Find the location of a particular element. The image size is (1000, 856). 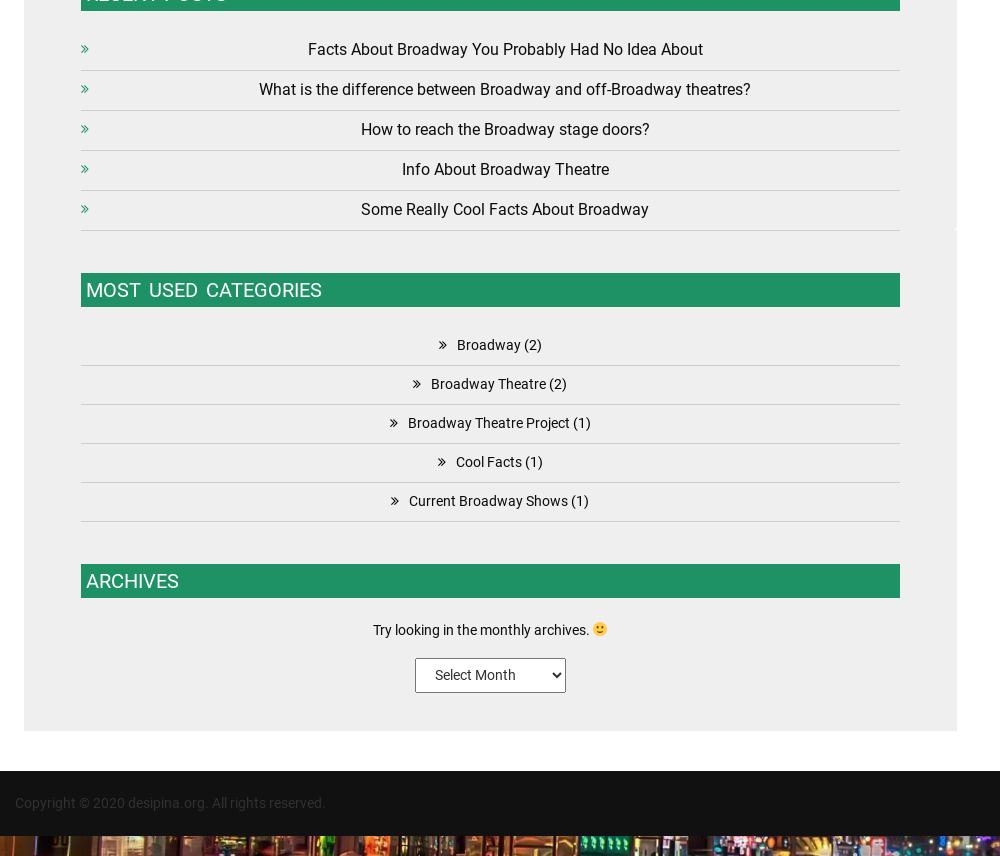

'What is the difference between Broadway and off-Broadway theatres?' is located at coordinates (259, 88).